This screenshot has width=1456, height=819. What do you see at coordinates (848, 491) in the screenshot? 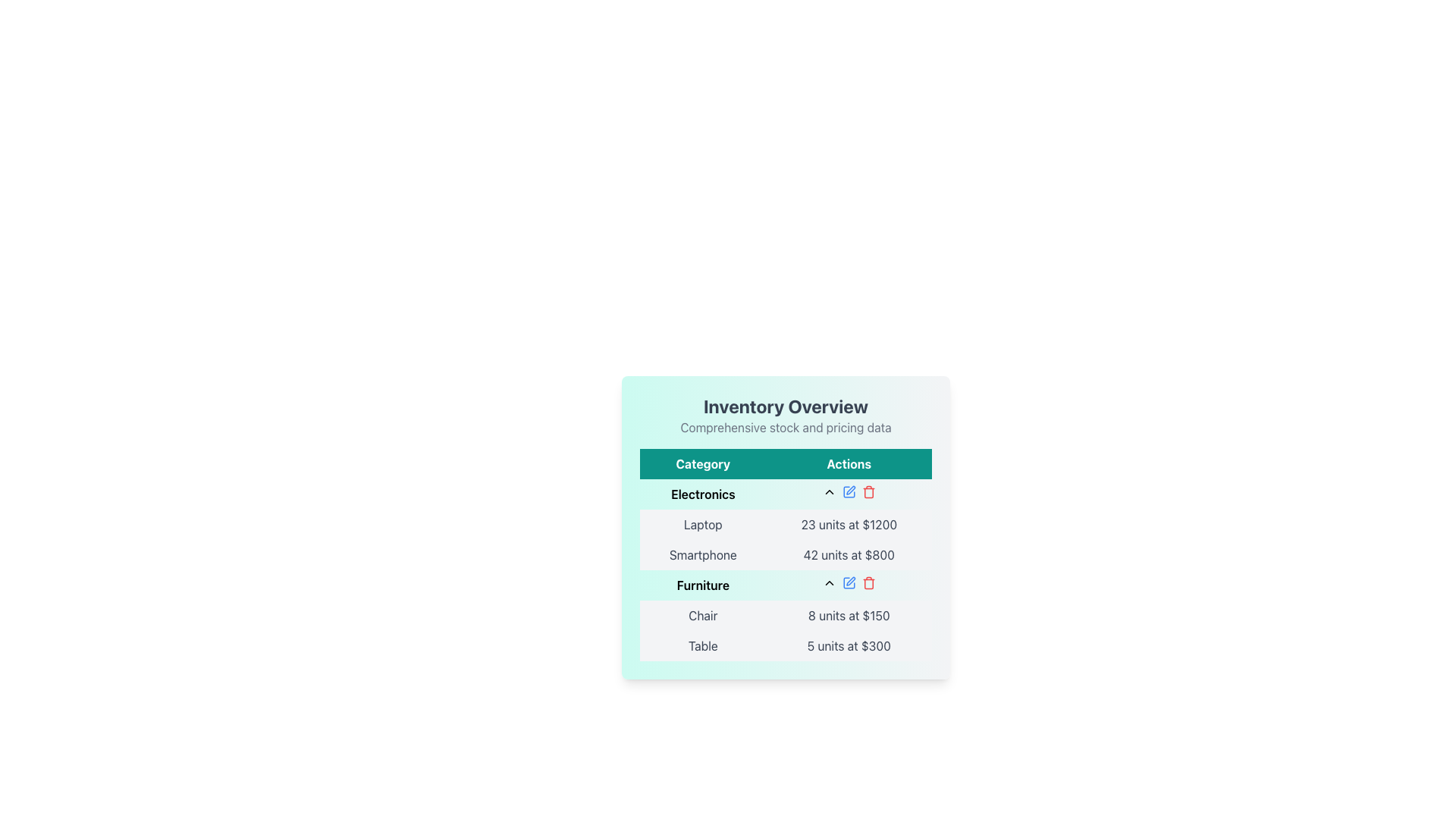
I see `the blue pen-shaped button in the 'Actions' column next to the 'Electronics' category header to initiate an edit action` at bounding box center [848, 491].